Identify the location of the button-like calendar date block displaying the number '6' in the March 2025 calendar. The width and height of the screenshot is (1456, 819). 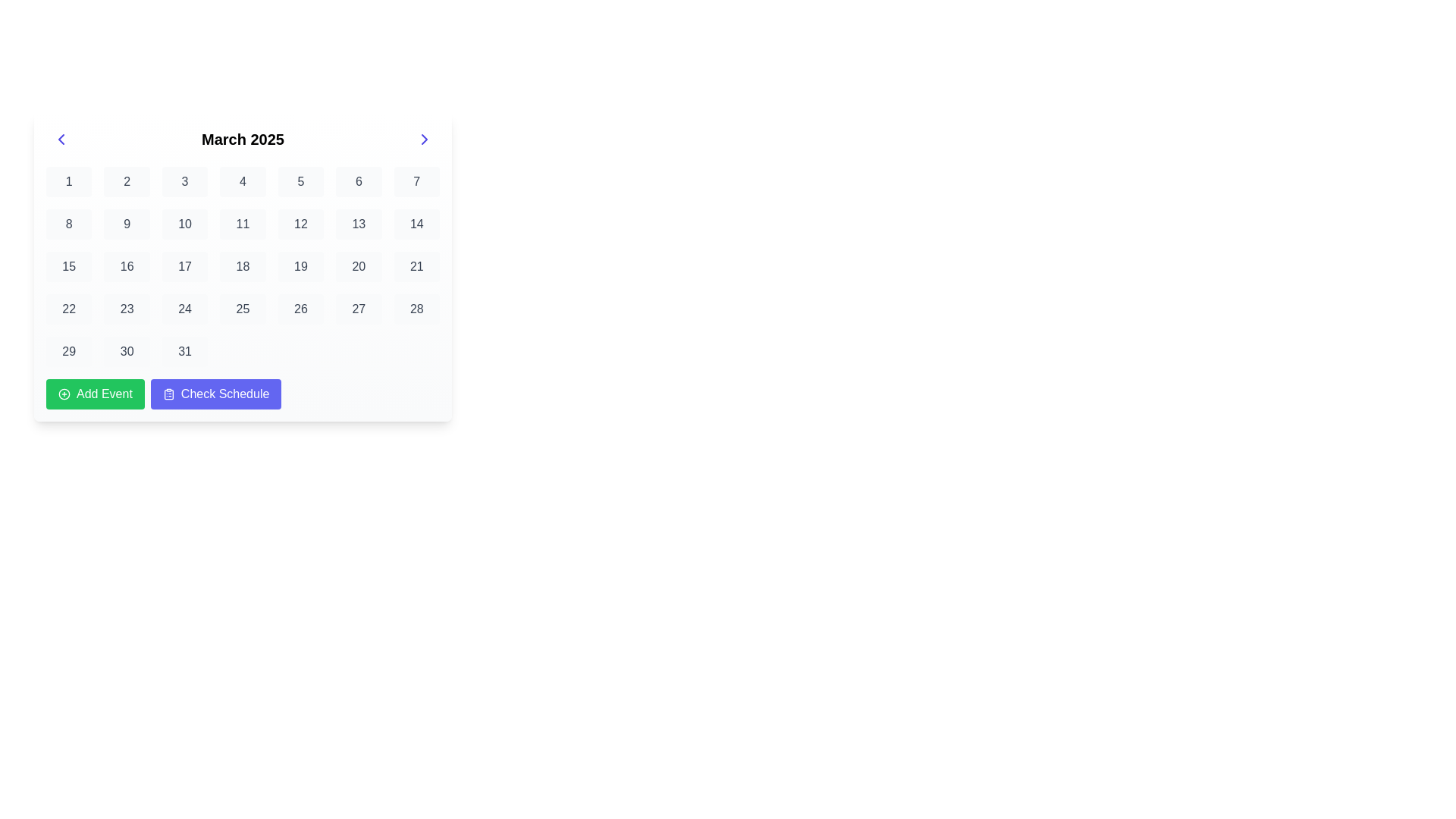
(358, 180).